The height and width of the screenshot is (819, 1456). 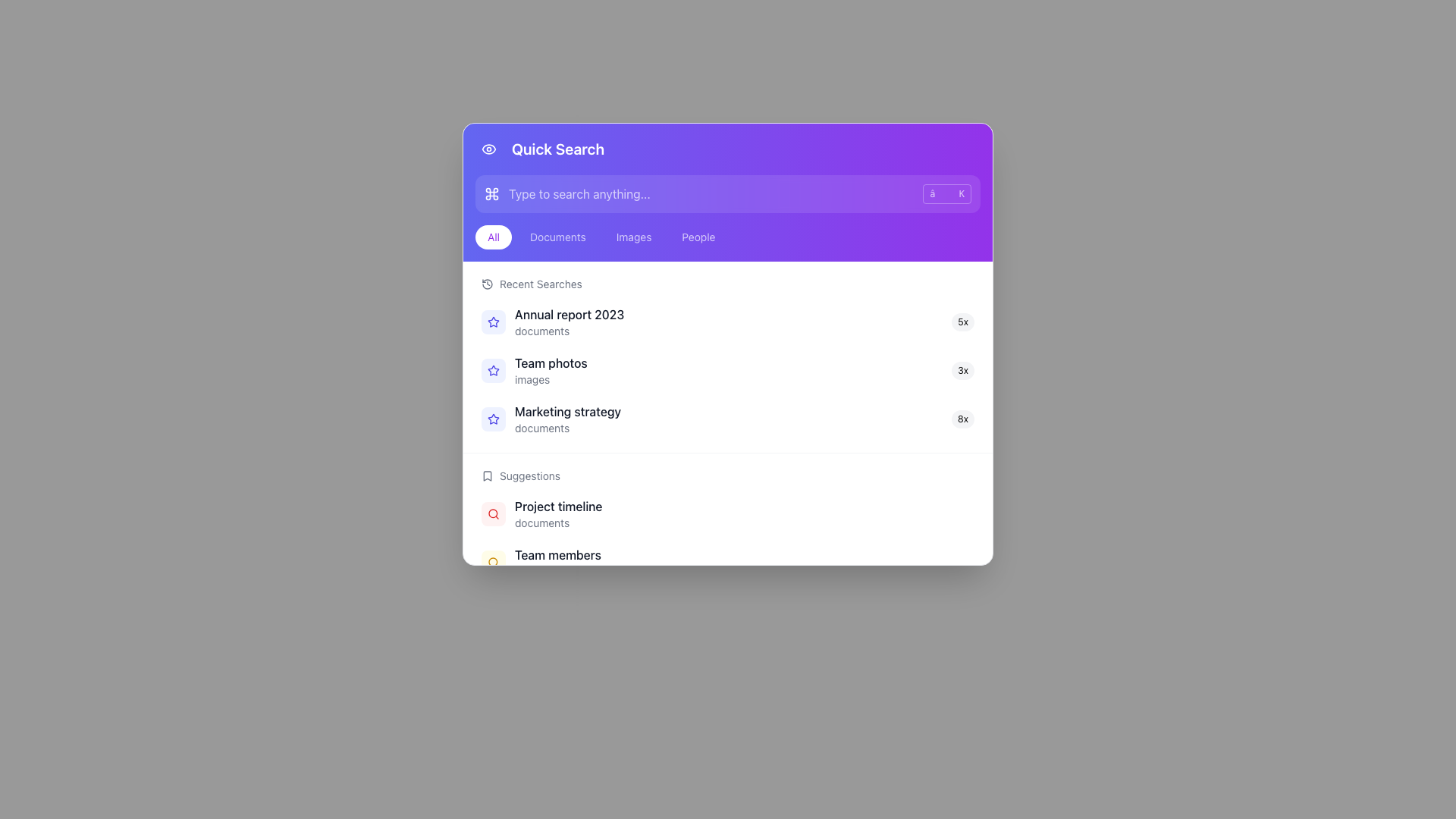 What do you see at coordinates (962, 321) in the screenshot?
I see `the Badge component indicating numeric count next to the 'Annual report 2023' entry in the 'Recent Searches' section` at bounding box center [962, 321].